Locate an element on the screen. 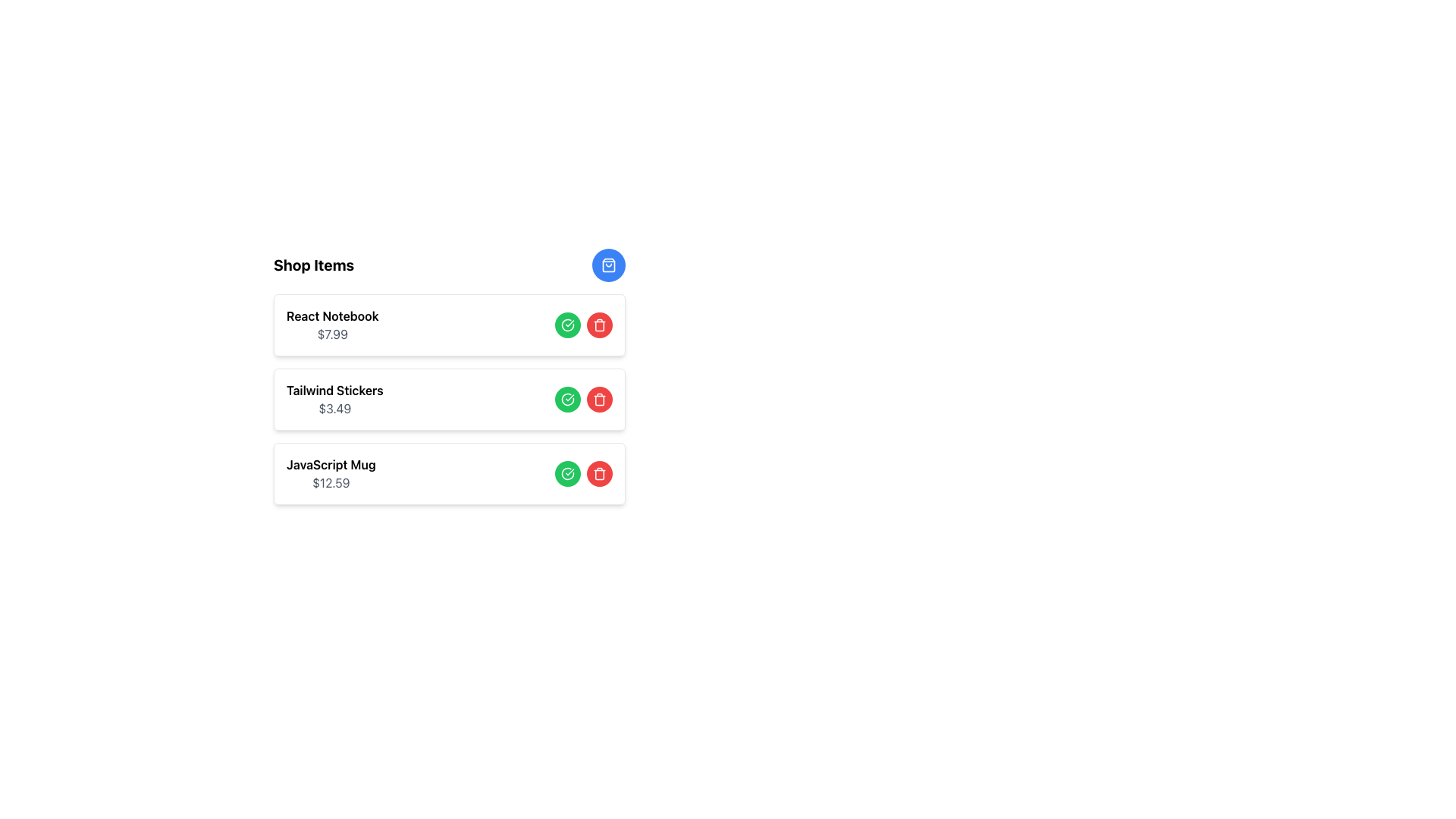 The image size is (1456, 819). text content of the title and price display for the 'JavaScript Mug' item located at the top left of its card is located at coordinates (330, 472).